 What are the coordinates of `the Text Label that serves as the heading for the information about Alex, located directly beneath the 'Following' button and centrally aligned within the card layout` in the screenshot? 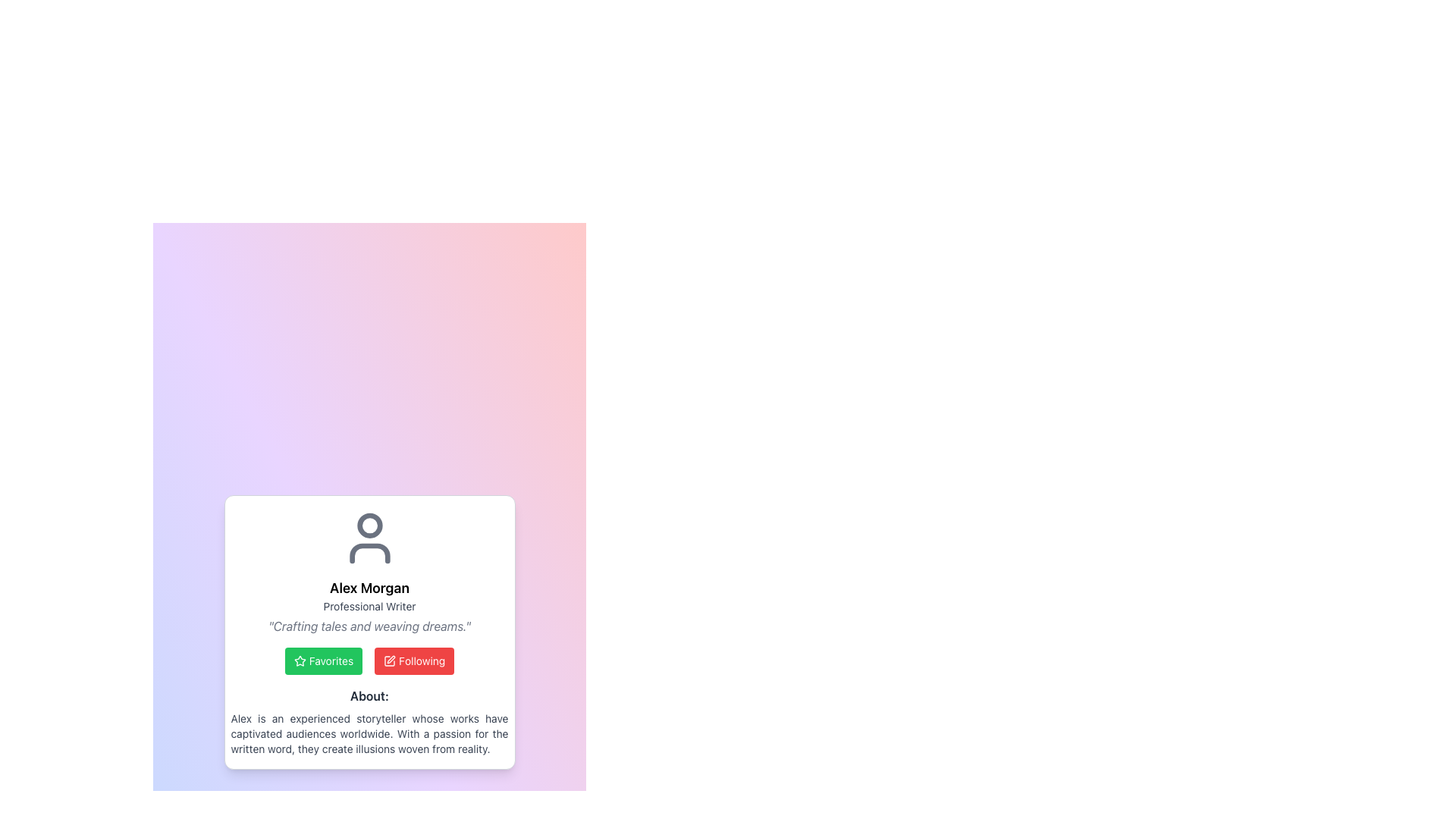 It's located at (369, 696).